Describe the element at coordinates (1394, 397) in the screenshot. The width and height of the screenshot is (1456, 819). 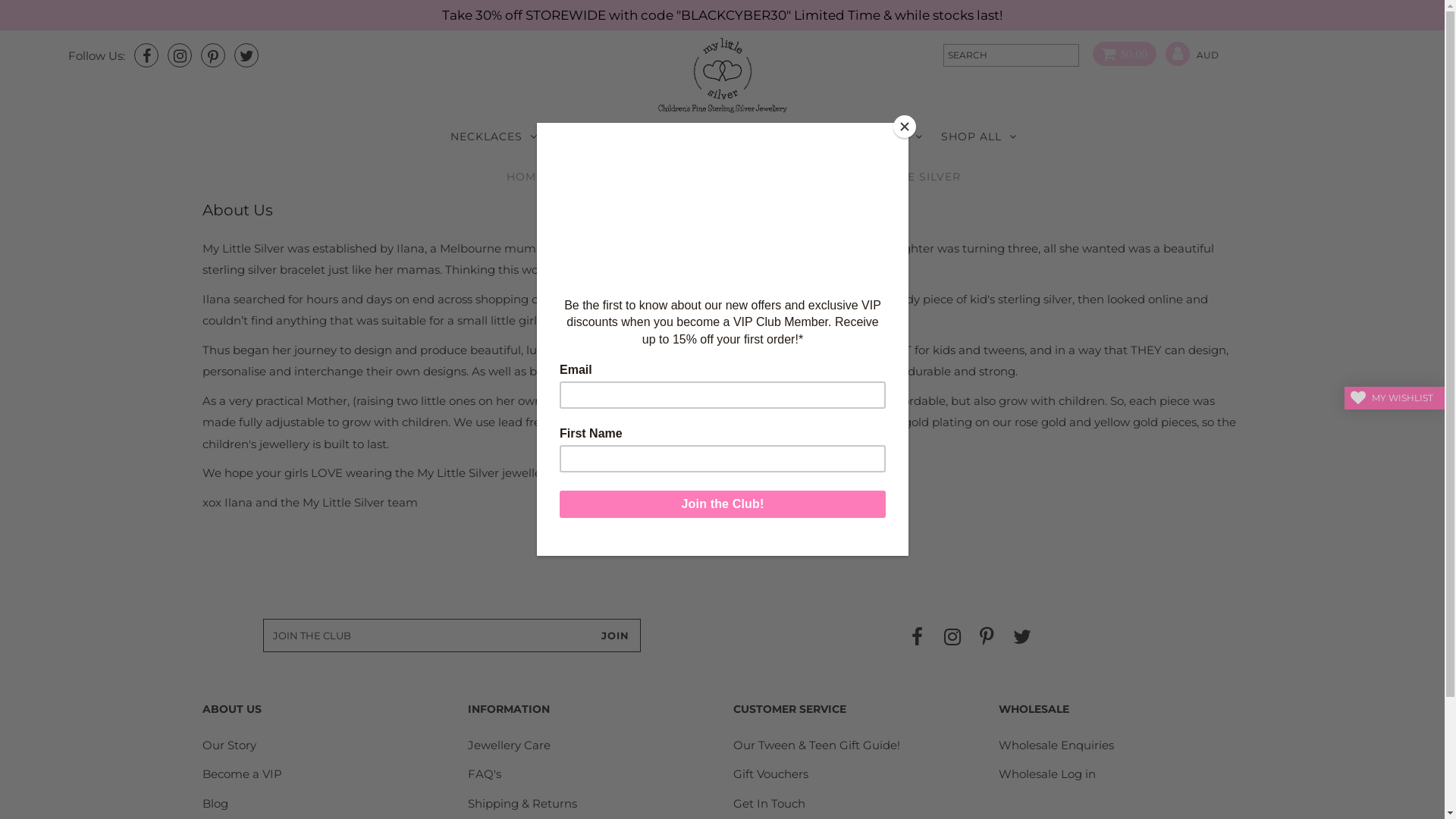
I see `'MY WISHLIST'` at that location.